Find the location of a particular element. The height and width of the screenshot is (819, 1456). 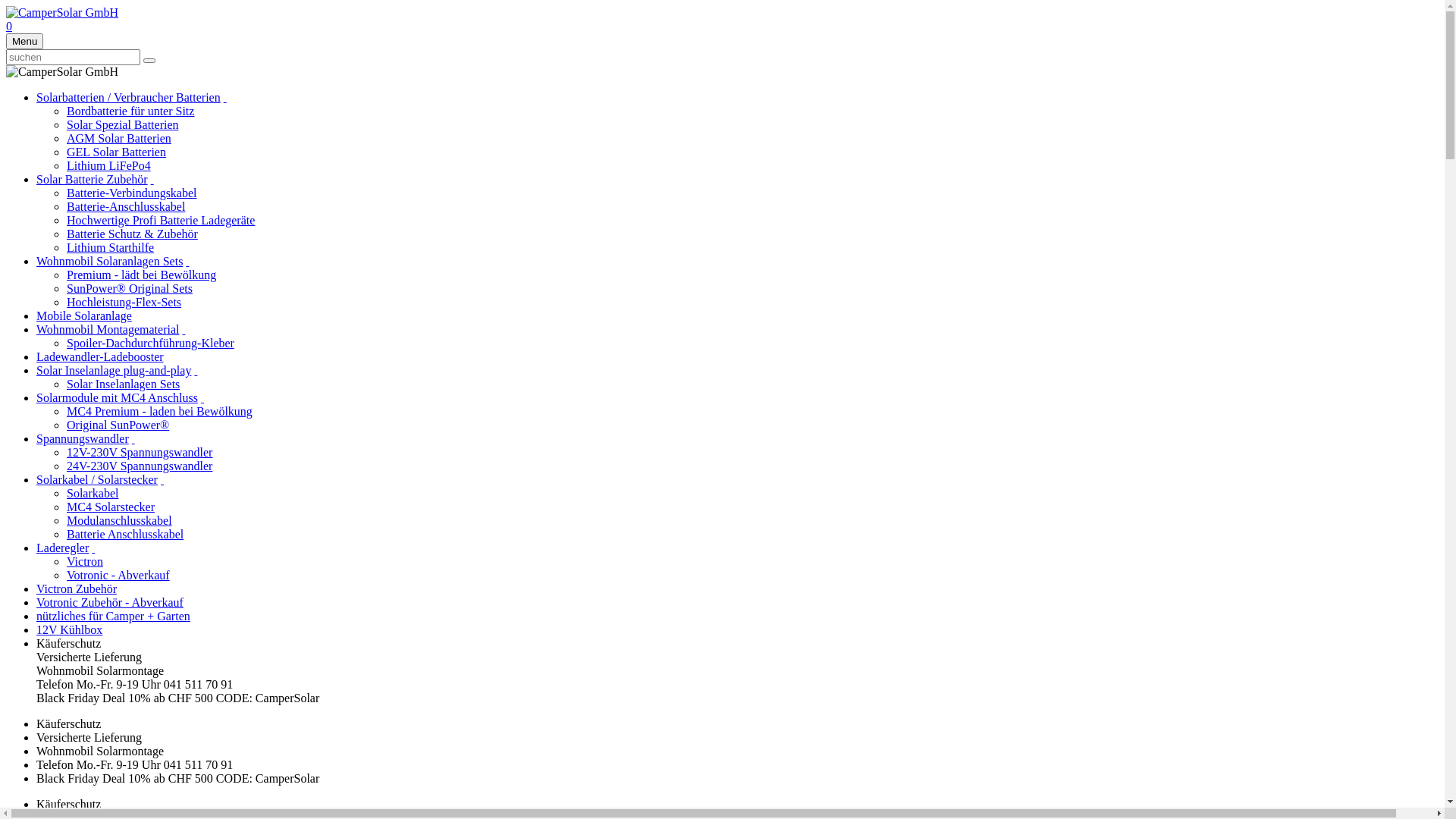

'Wohnmobil Solaranlagen Sets' is located at coordinates (108, 260).